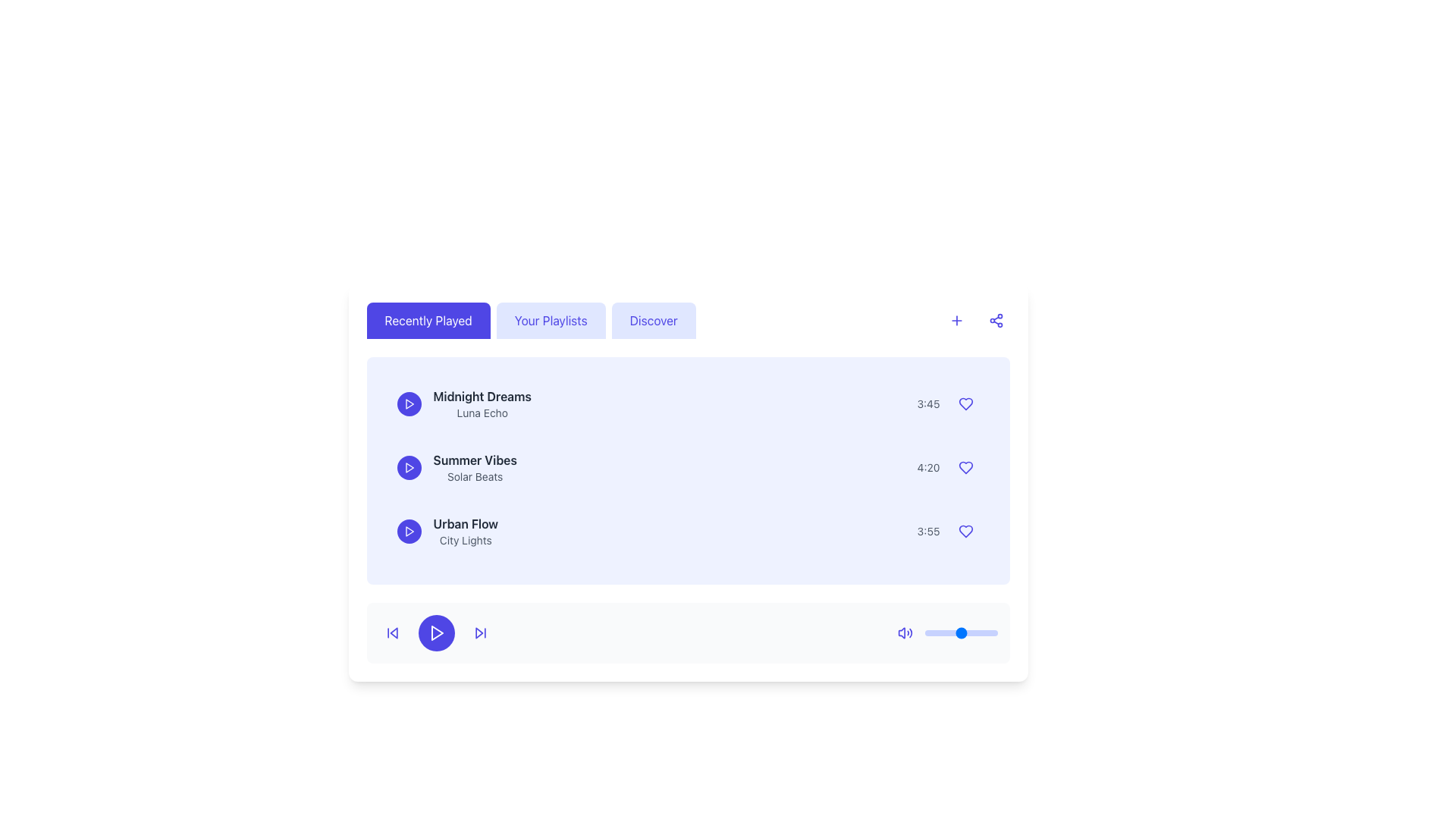  Describe the element at coordinates (465, 531) in the screenshot. I see `the 'Urban Flow' text label` at that location.